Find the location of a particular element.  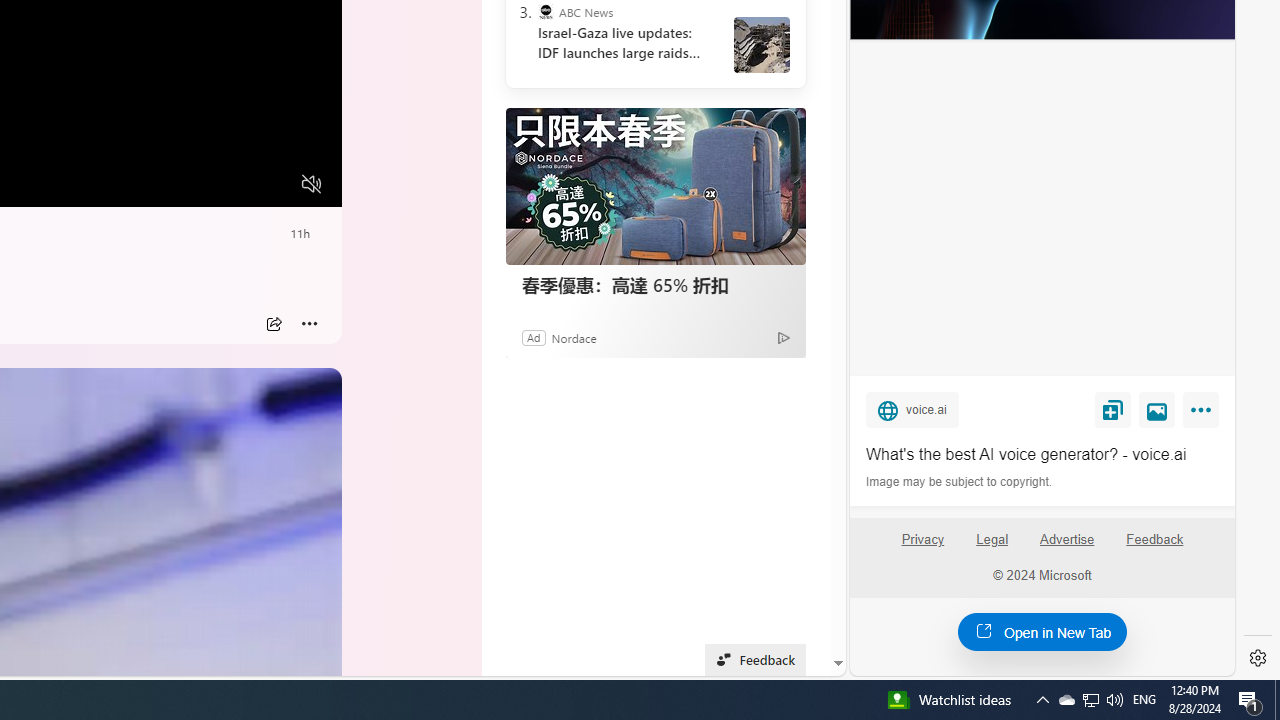

'Legal' is located at coordinates (992, 538).